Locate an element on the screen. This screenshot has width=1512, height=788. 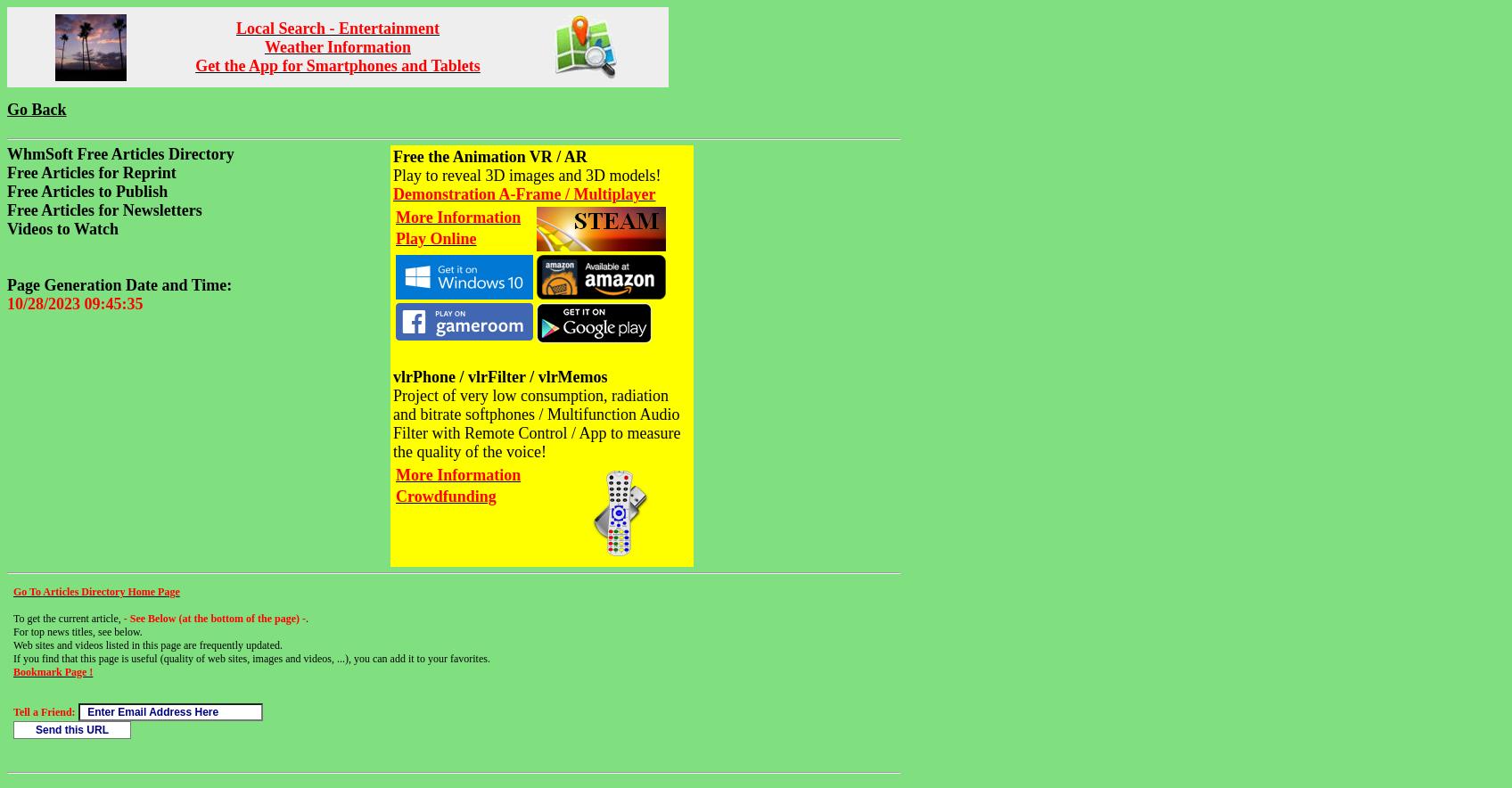
'Go Back' is located at coordinates (37, 108).